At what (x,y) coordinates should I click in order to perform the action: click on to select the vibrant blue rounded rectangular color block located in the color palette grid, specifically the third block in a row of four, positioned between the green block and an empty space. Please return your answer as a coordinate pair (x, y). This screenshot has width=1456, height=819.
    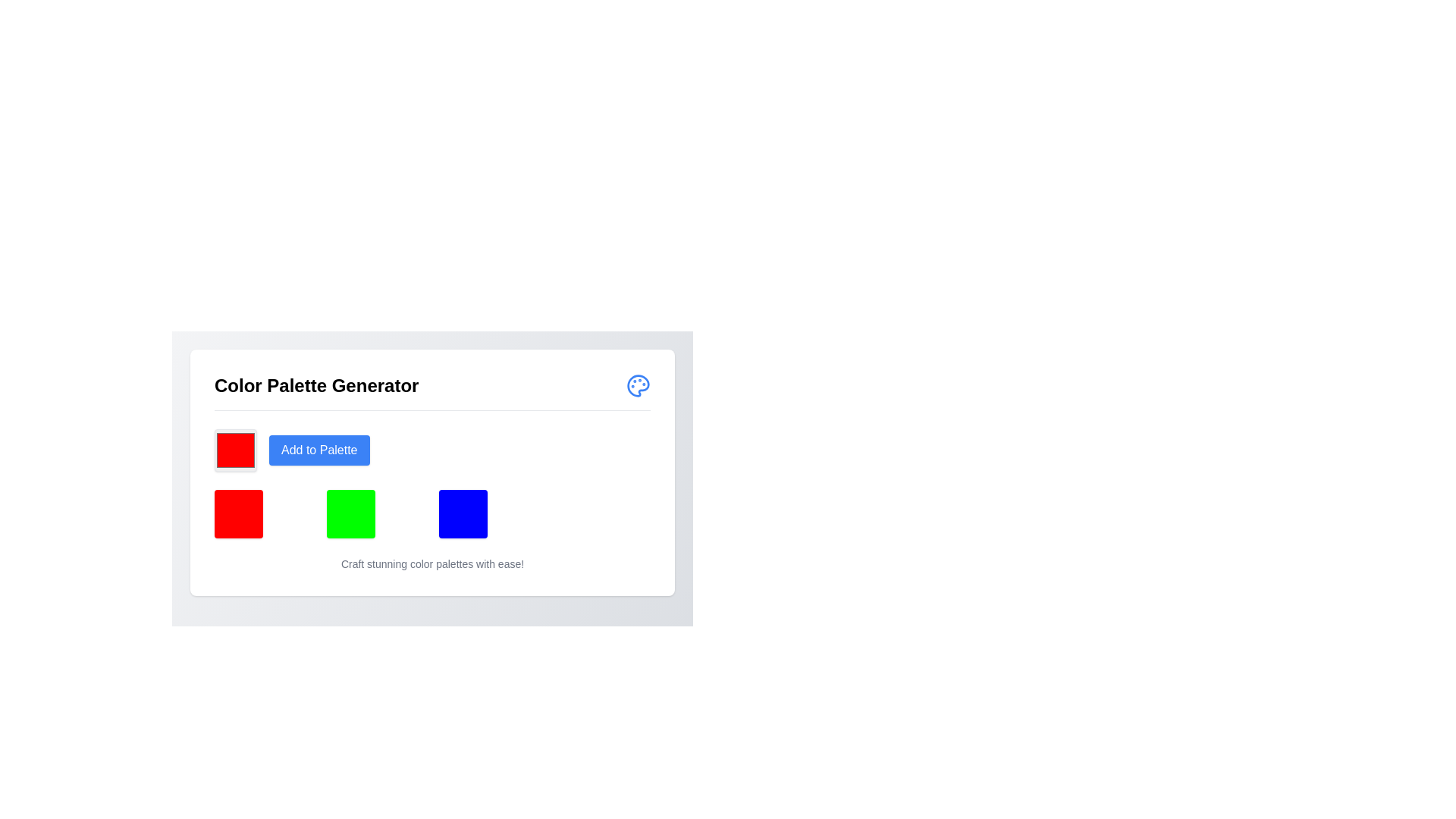
    Looking at the image, I should click on (431, 483).